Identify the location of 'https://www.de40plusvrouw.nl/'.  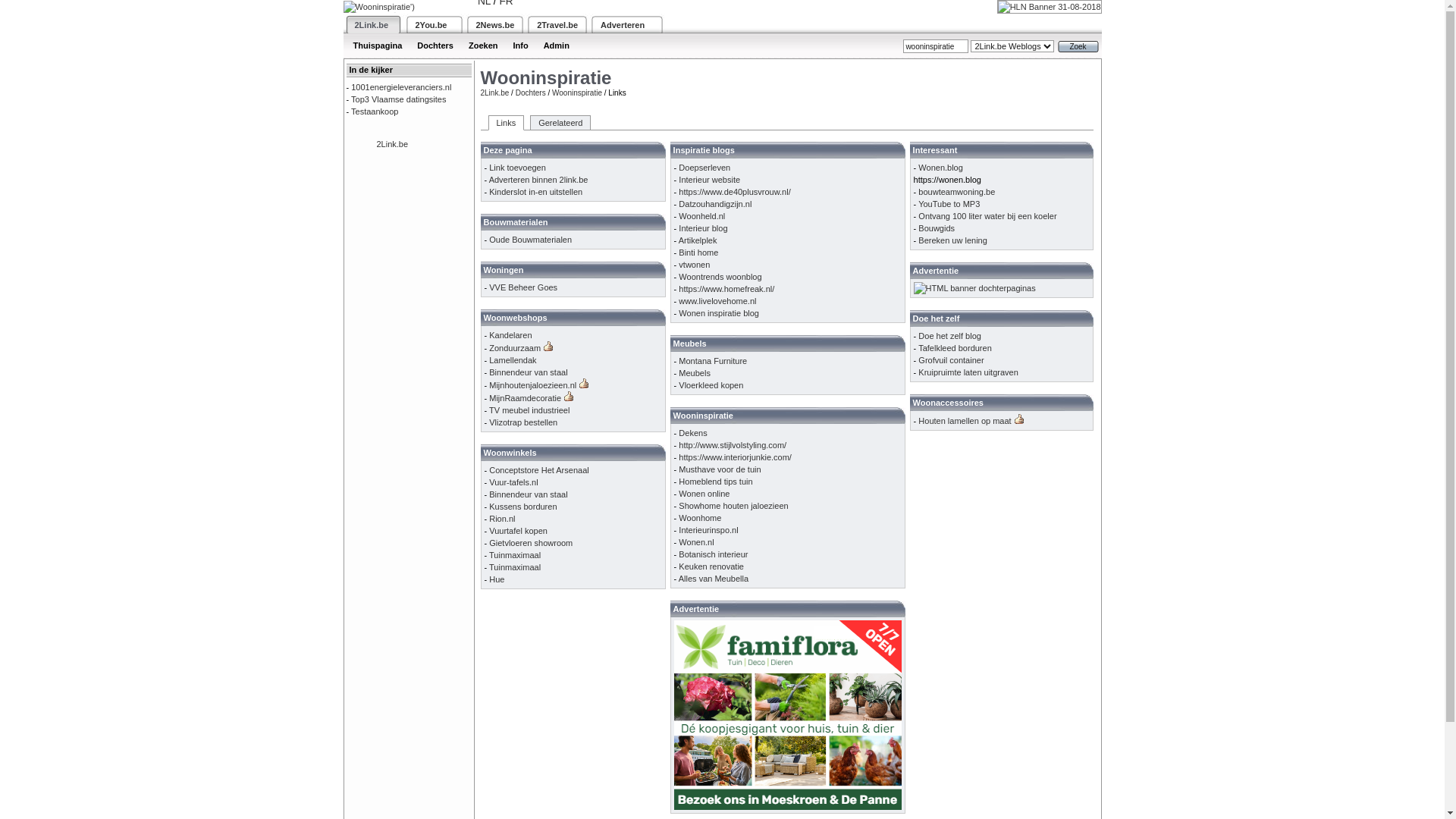
(734, 191).